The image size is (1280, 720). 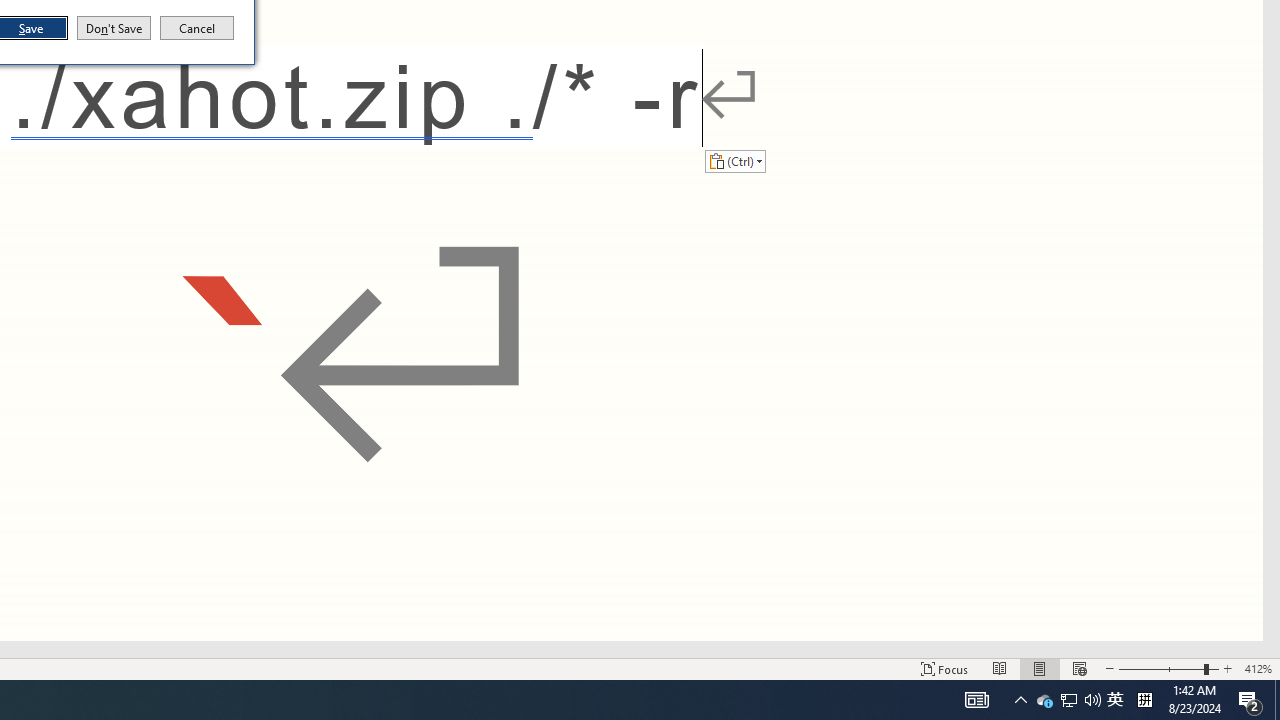 What do you see at coordinates (1257, 669) in the screenshot?
I see `'Zoom 412%'` at bounding box center [1257, 669].